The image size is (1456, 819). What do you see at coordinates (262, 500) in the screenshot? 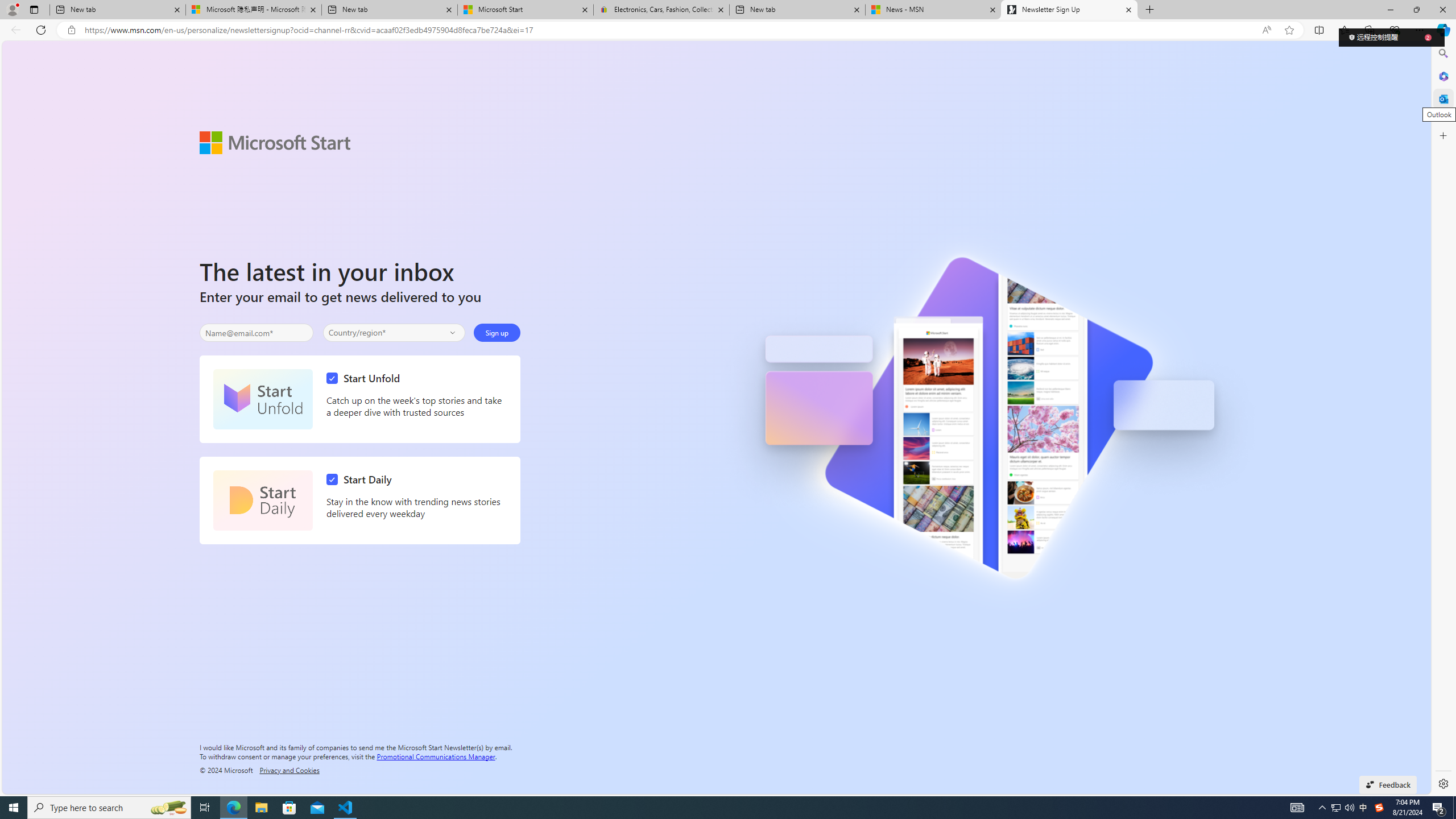
I see `'Start Daily'` at bounding box center [262, 500].